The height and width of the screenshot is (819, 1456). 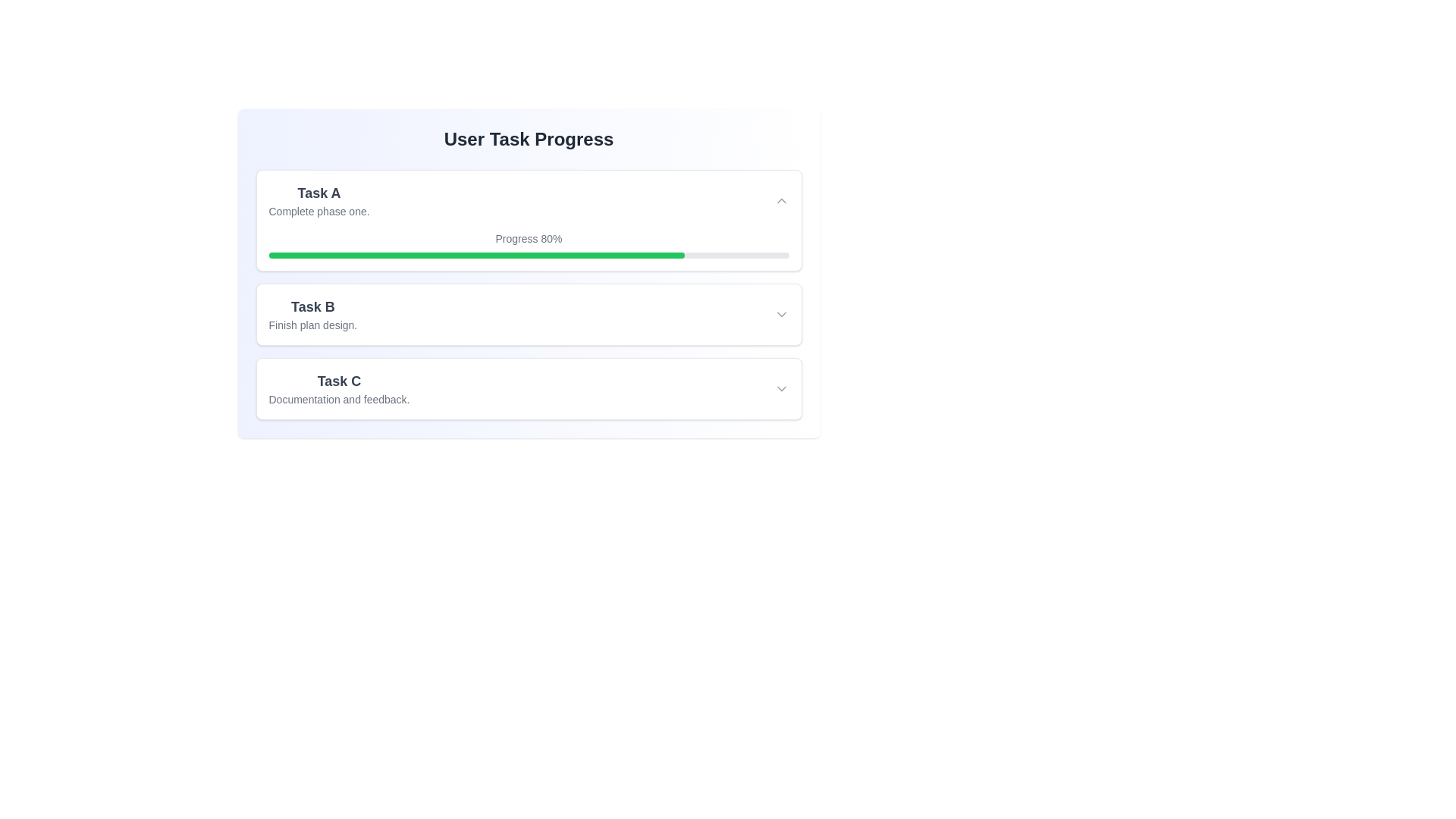 I want to click on the icon button located at the top-right corner of the task card titled 'Task A', so click(x=781, y=200).